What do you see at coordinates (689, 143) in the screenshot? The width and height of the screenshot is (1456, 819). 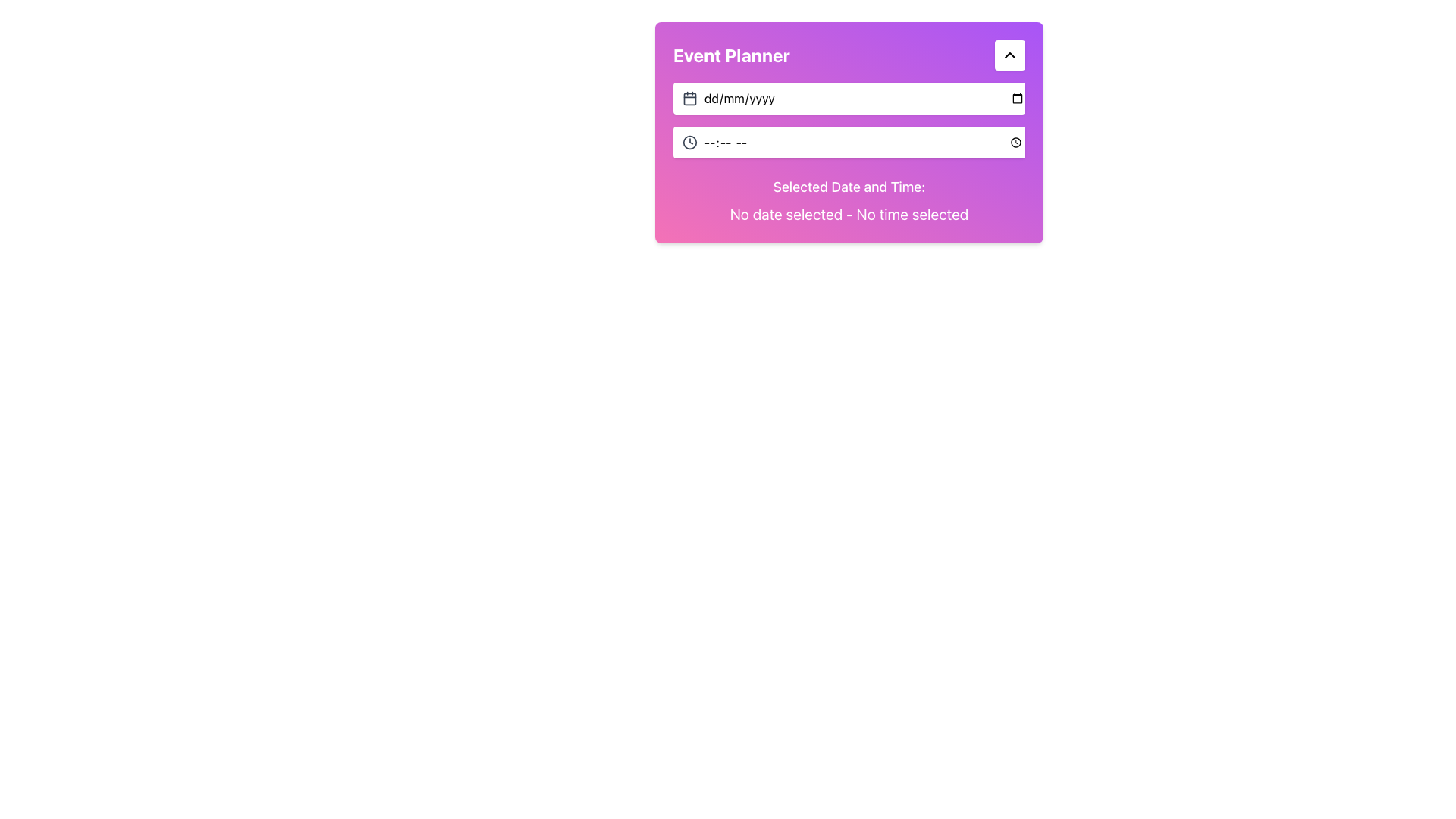 I see `the clock icon with a circular border, located on the left side of the time selection input field in the 'Event Planner' panel` at bounding box center [689, 143].